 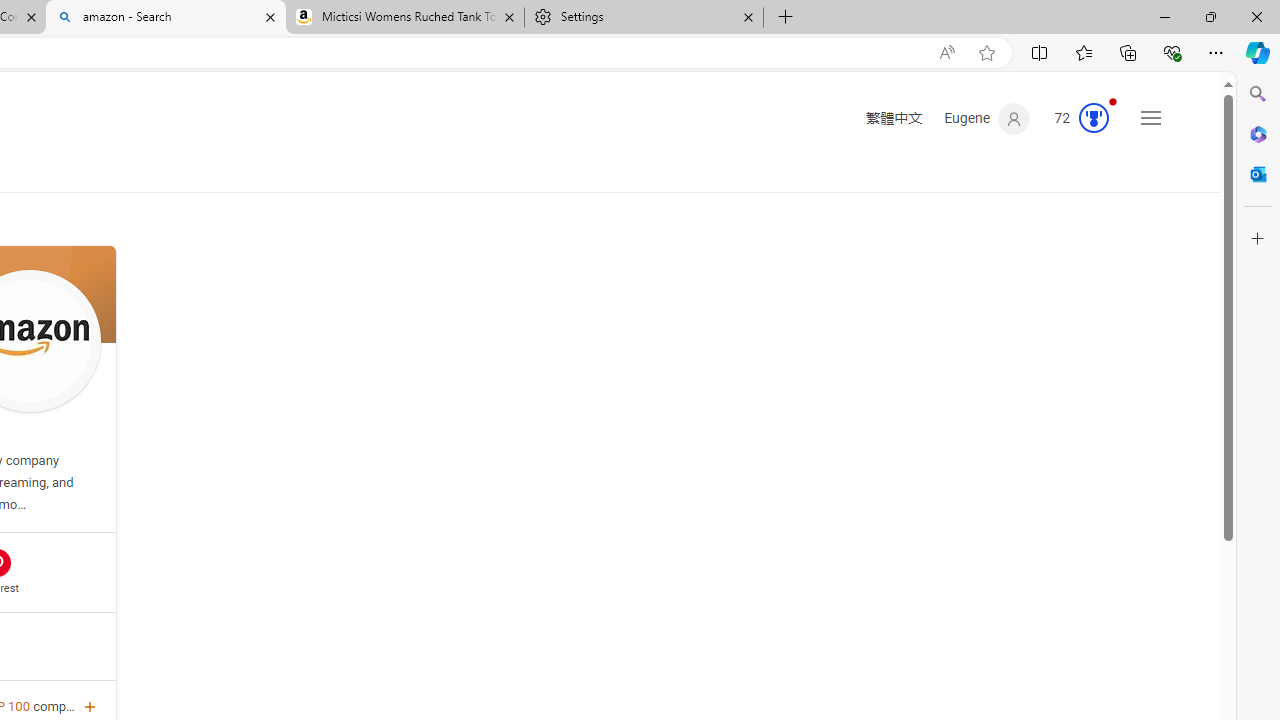 What do you see at coordinates (1111, 101) in the screenshot?
I see `'Animation'` at bounding box center [1111, 101].